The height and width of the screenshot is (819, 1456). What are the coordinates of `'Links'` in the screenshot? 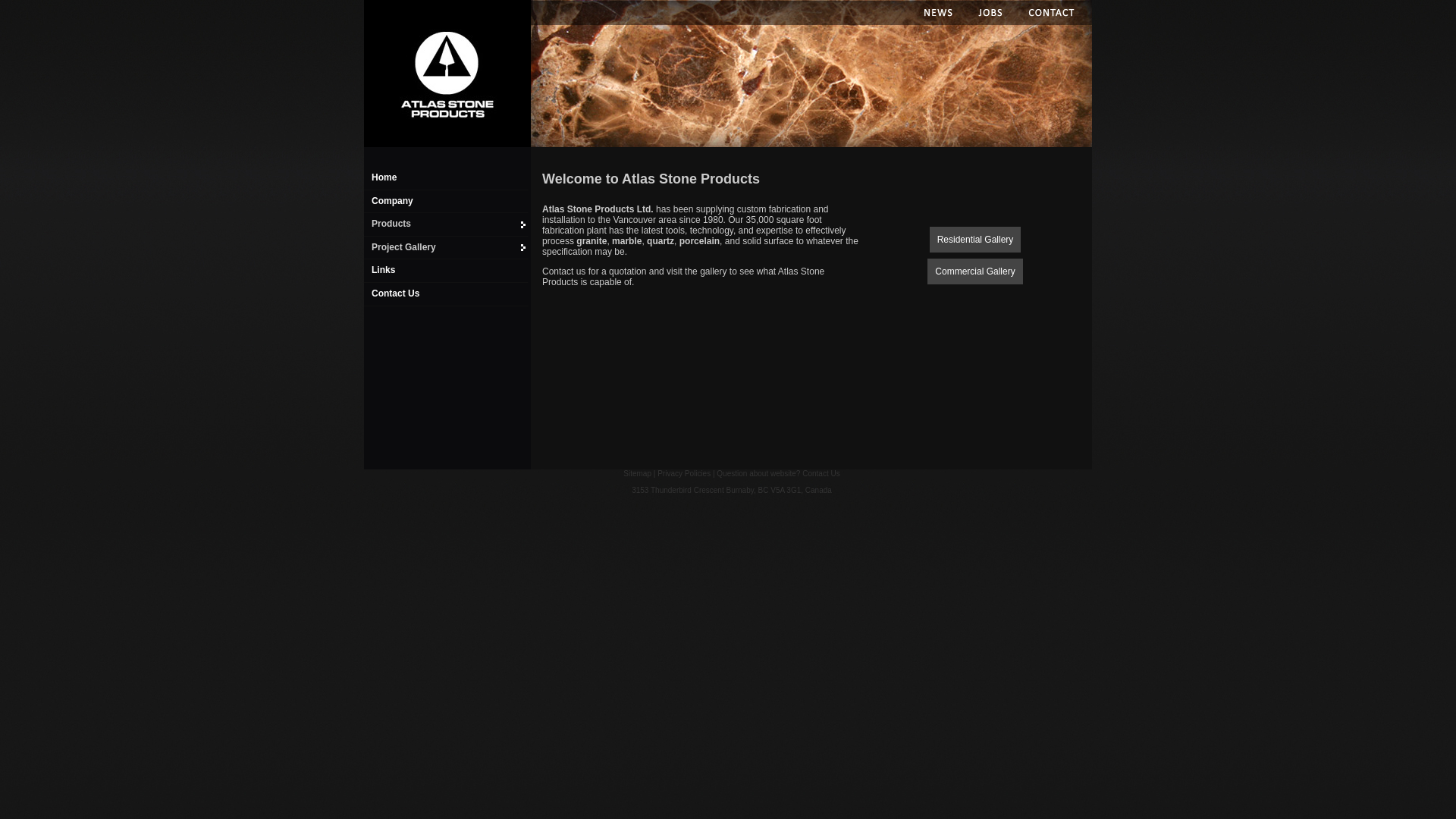 It's located at (371, 268).